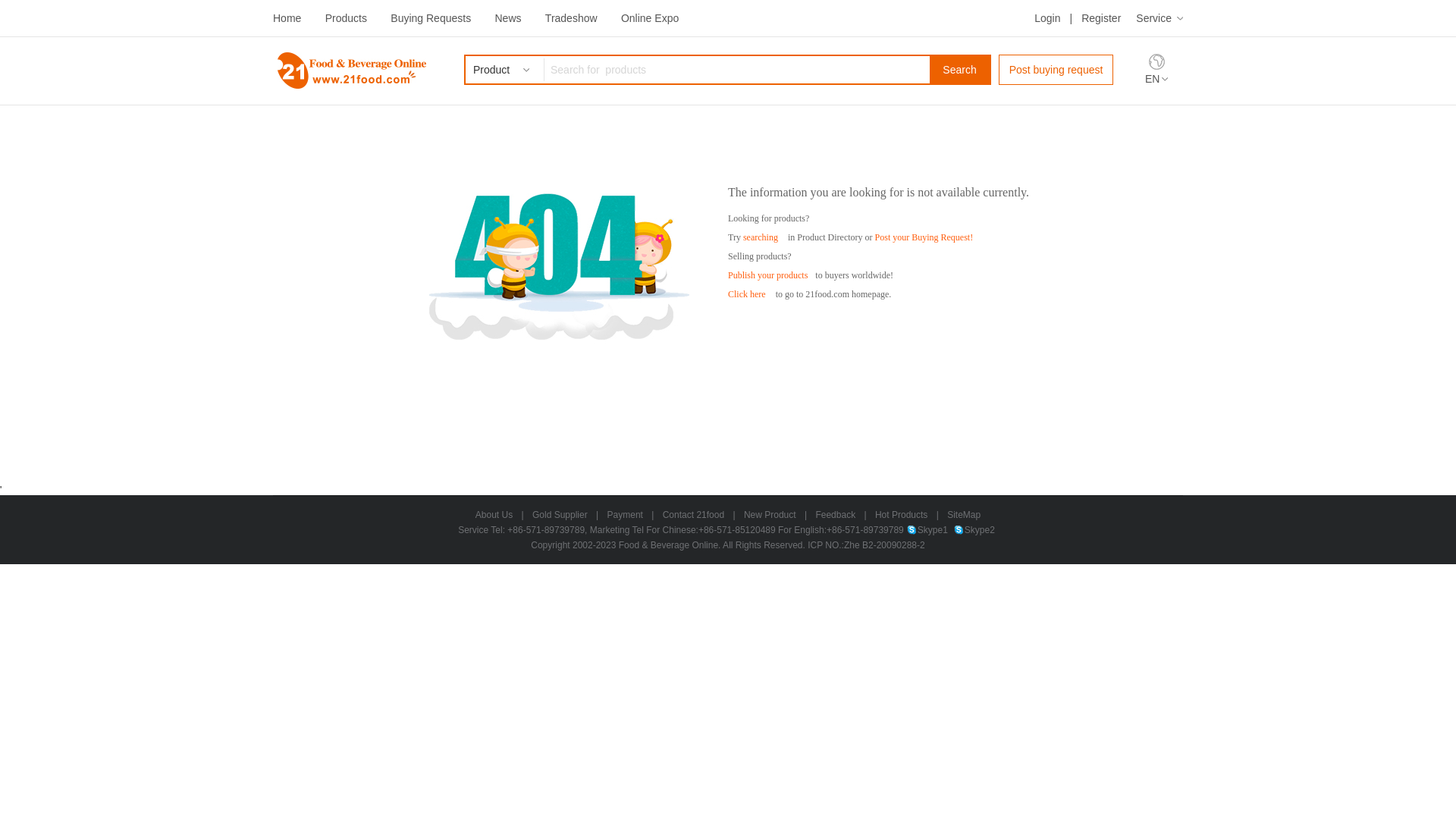  Describe the element at coordinates (621, 17) in the screenshot. I see `'Online Expo'` at that location.